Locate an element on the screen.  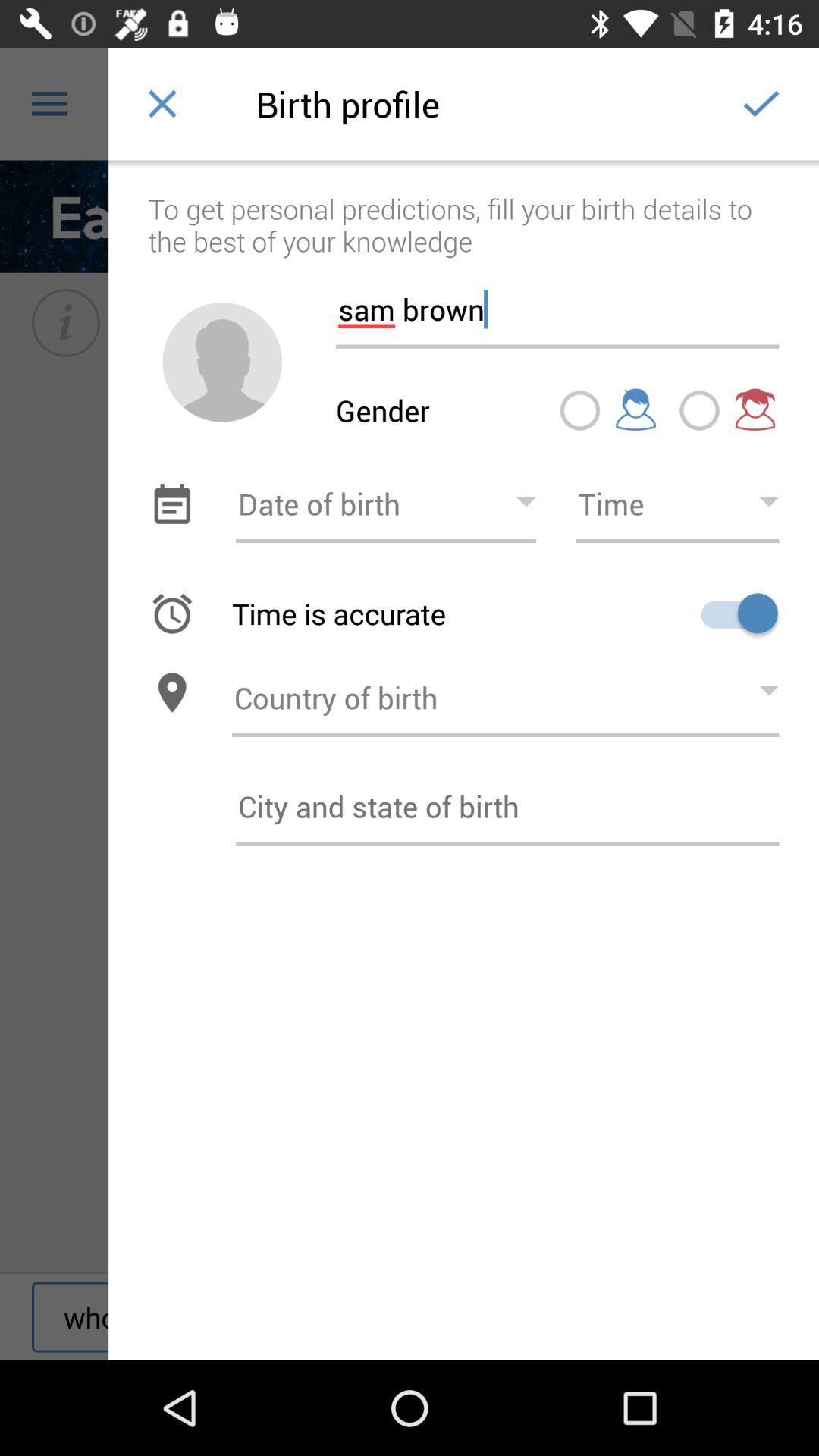
the item to the left of sam brown item is located at coordinates (222, 361).